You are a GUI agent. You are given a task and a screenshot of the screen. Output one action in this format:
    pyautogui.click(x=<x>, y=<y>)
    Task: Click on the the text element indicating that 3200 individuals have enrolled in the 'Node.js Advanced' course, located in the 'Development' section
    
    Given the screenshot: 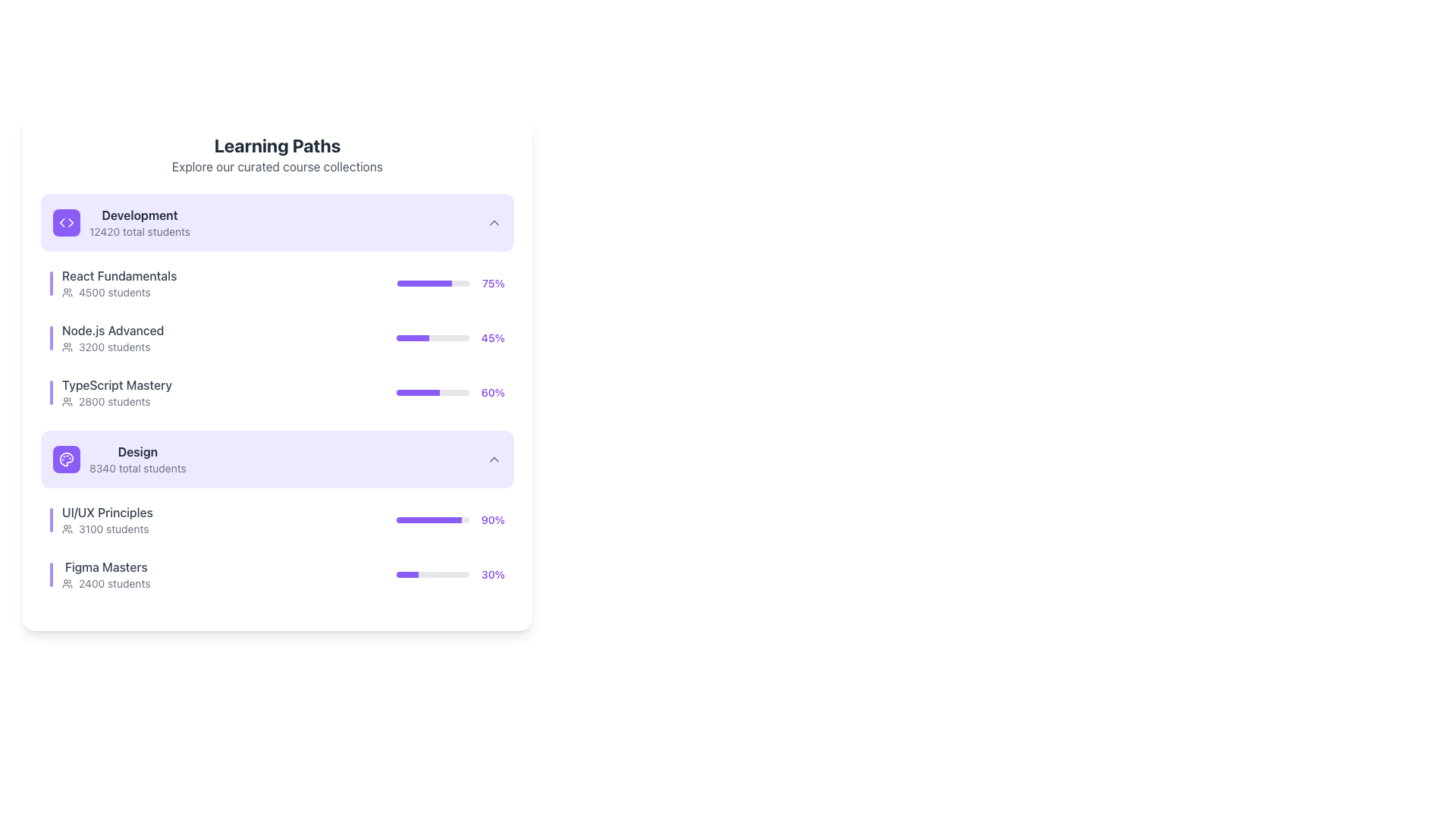 What is the action you would take?
    pyautogui.click(x=112, y=347)
    